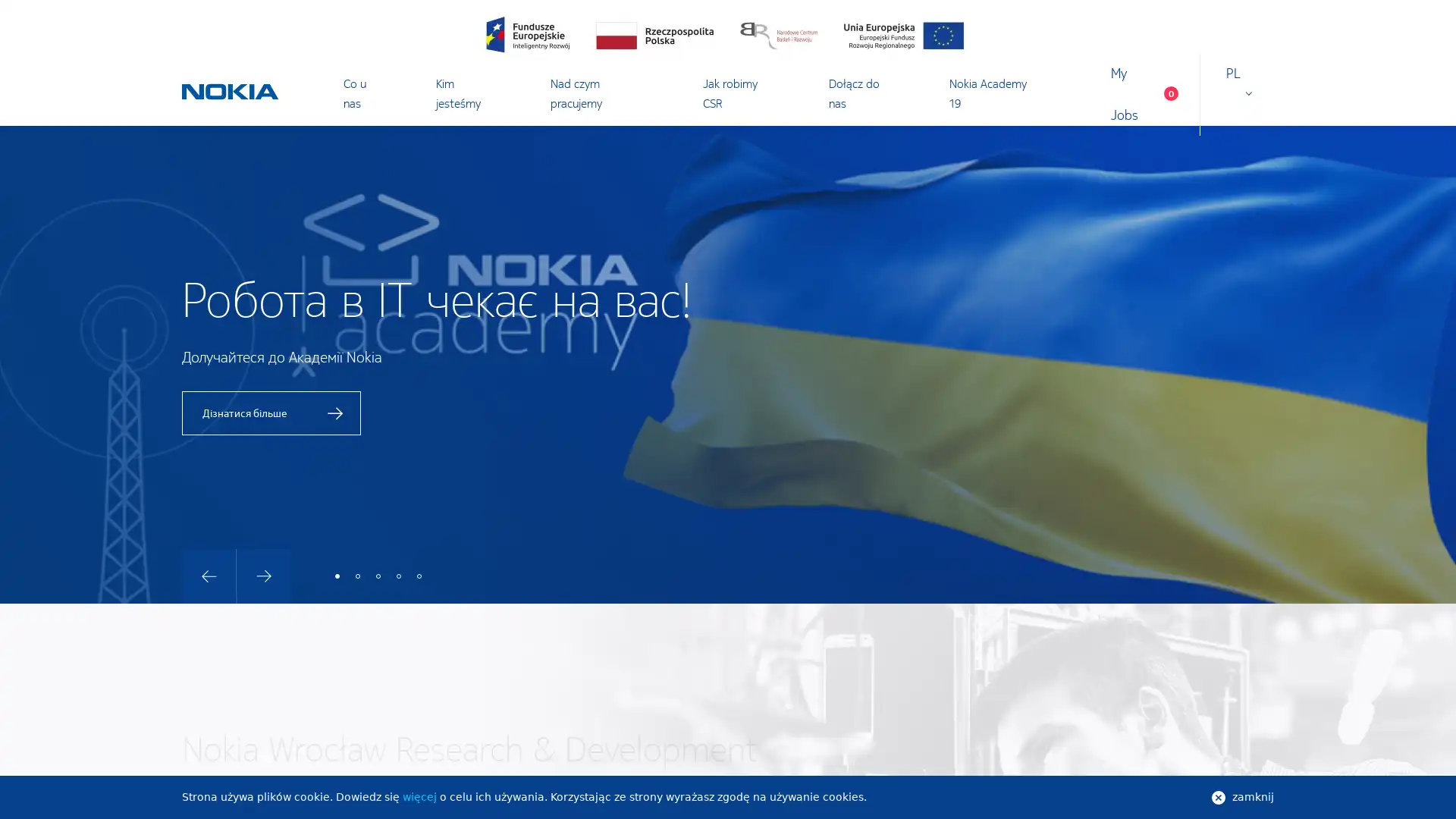  What do you see at coordinates (378, 576) in the screenshot?
I see `Go to slide 3` at bounding box center [378, 576].